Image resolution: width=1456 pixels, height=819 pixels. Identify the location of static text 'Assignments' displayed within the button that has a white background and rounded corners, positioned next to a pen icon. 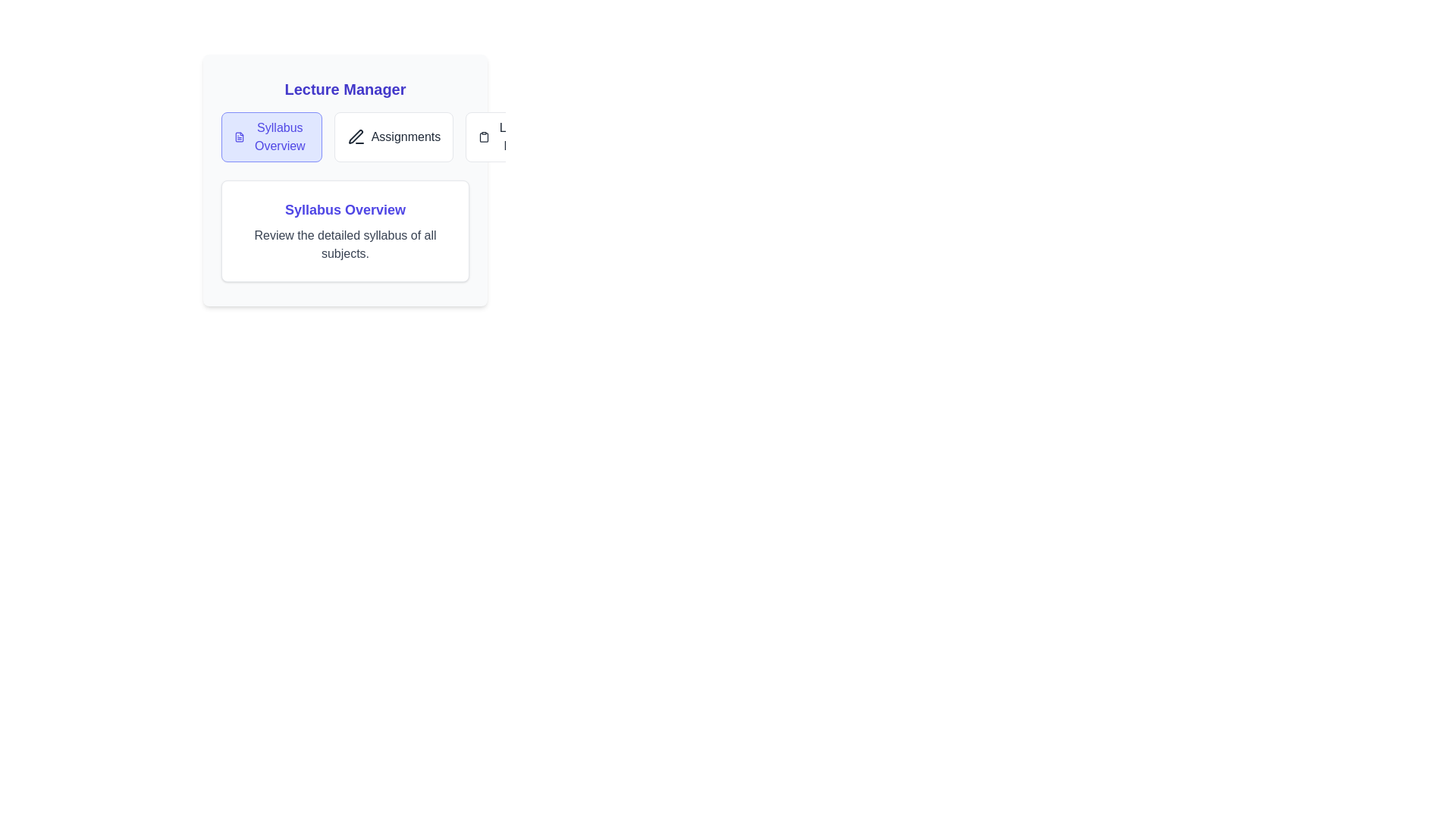
(406, 137).